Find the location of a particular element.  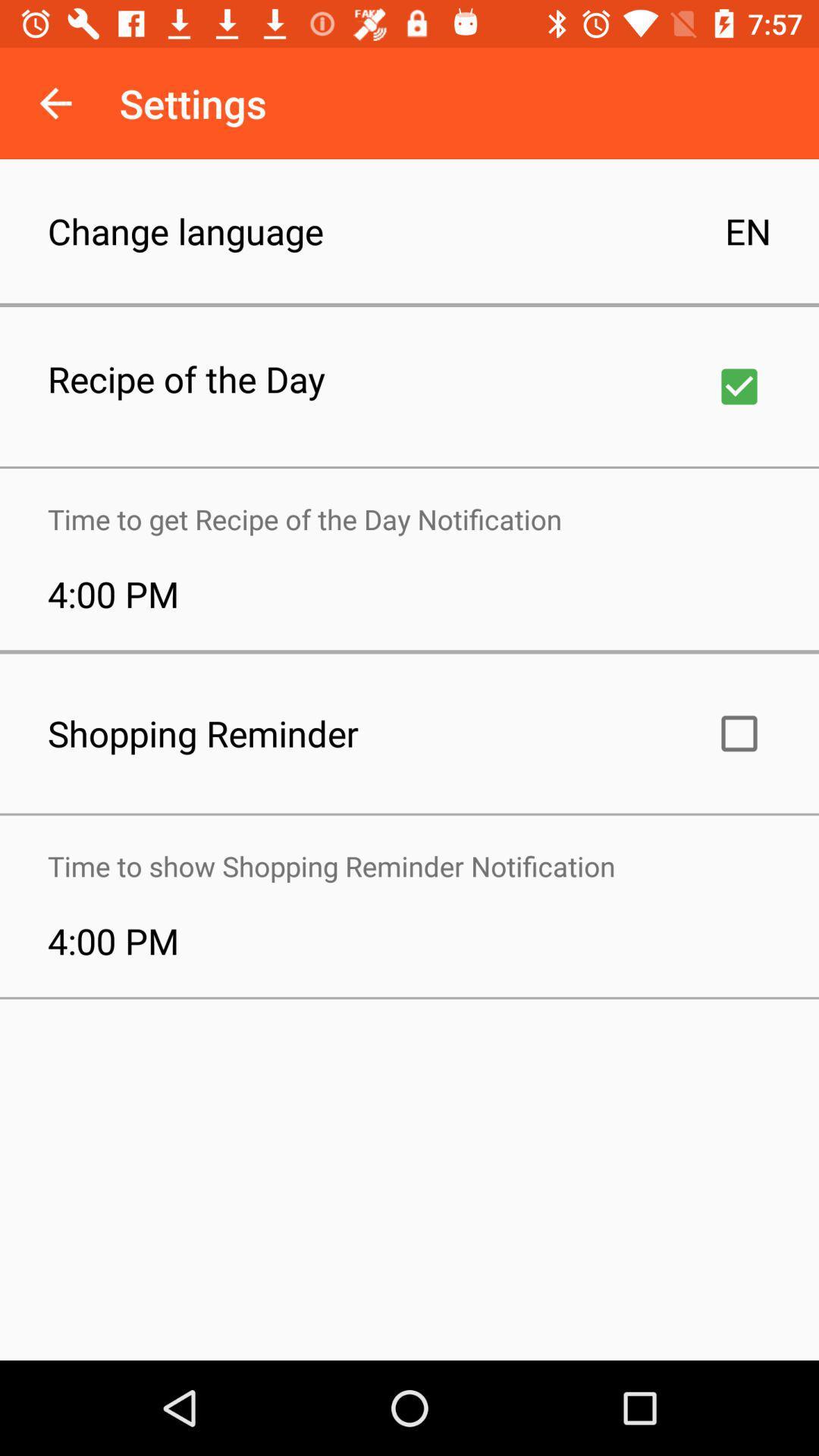

recipe checkbox is located at coordinates (739, 386).